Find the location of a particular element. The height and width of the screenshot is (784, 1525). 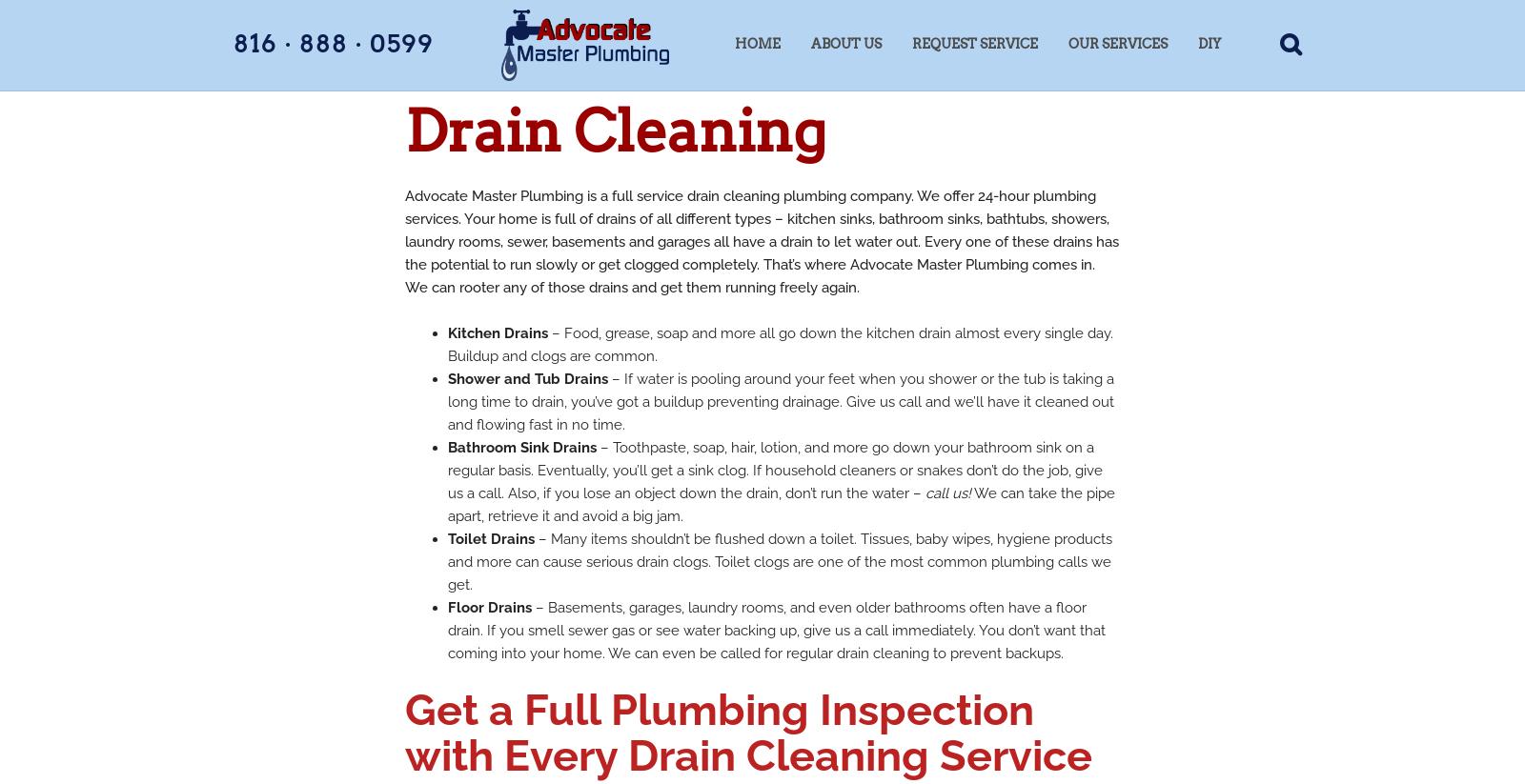

'About Us' is located at coordinates (845, 44).